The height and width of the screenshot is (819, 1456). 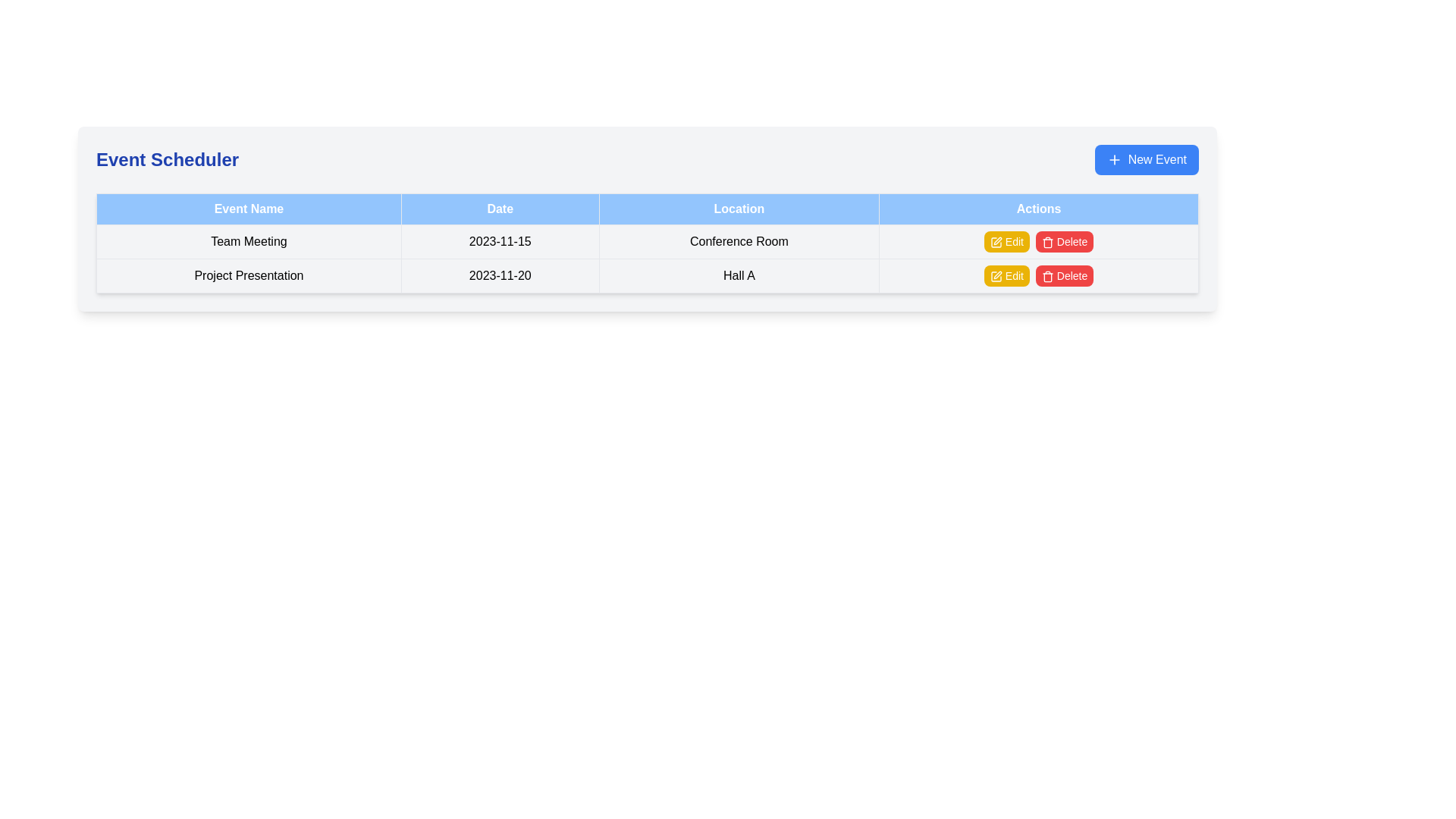 I want to click on the 'Edit' button in the 'Actions' column of the table for the 'Project Presentation' event to initiate editing, so click(x=996, y=277).